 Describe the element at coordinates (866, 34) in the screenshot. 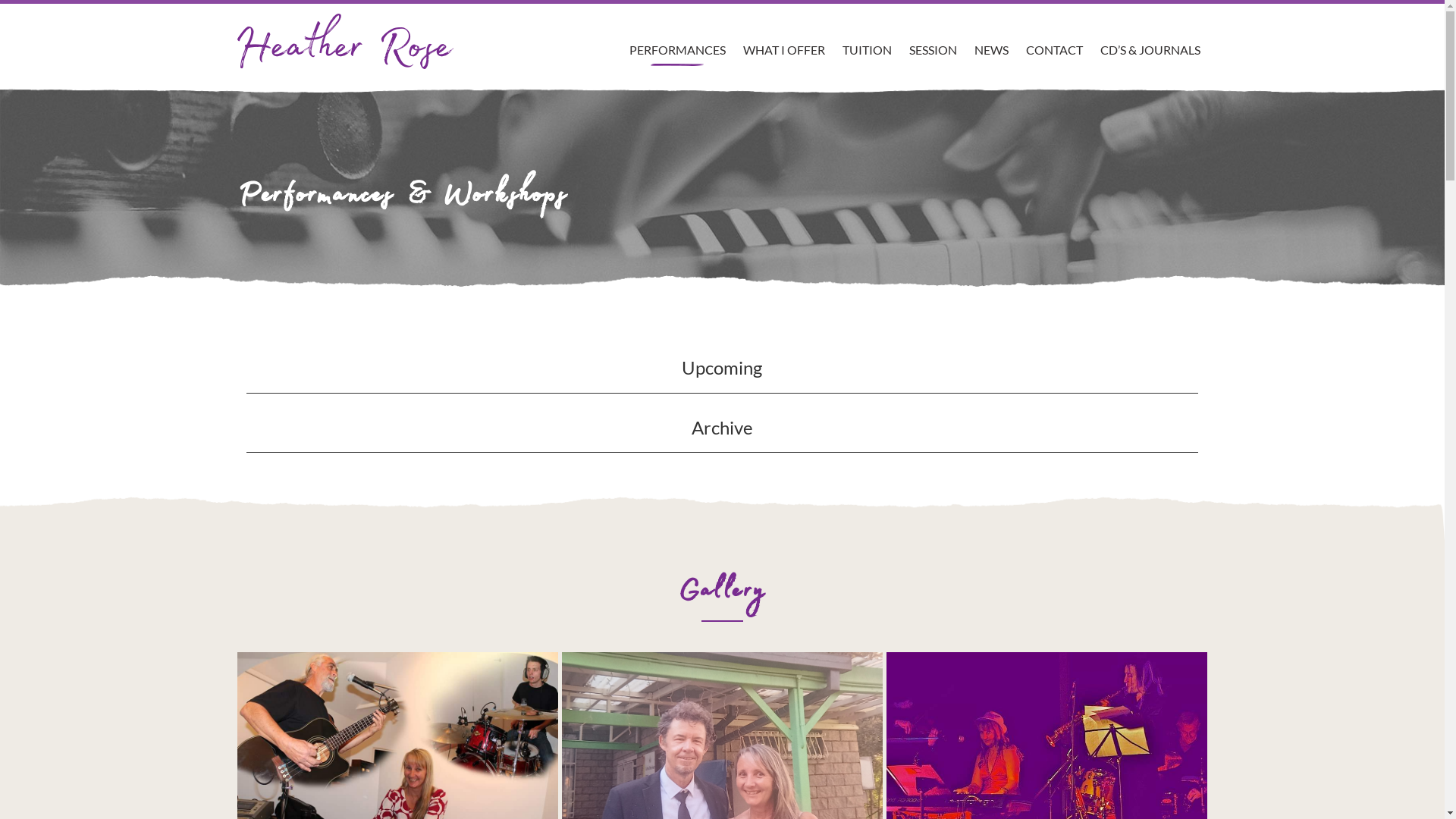

I see `'TUITION'` at that location.